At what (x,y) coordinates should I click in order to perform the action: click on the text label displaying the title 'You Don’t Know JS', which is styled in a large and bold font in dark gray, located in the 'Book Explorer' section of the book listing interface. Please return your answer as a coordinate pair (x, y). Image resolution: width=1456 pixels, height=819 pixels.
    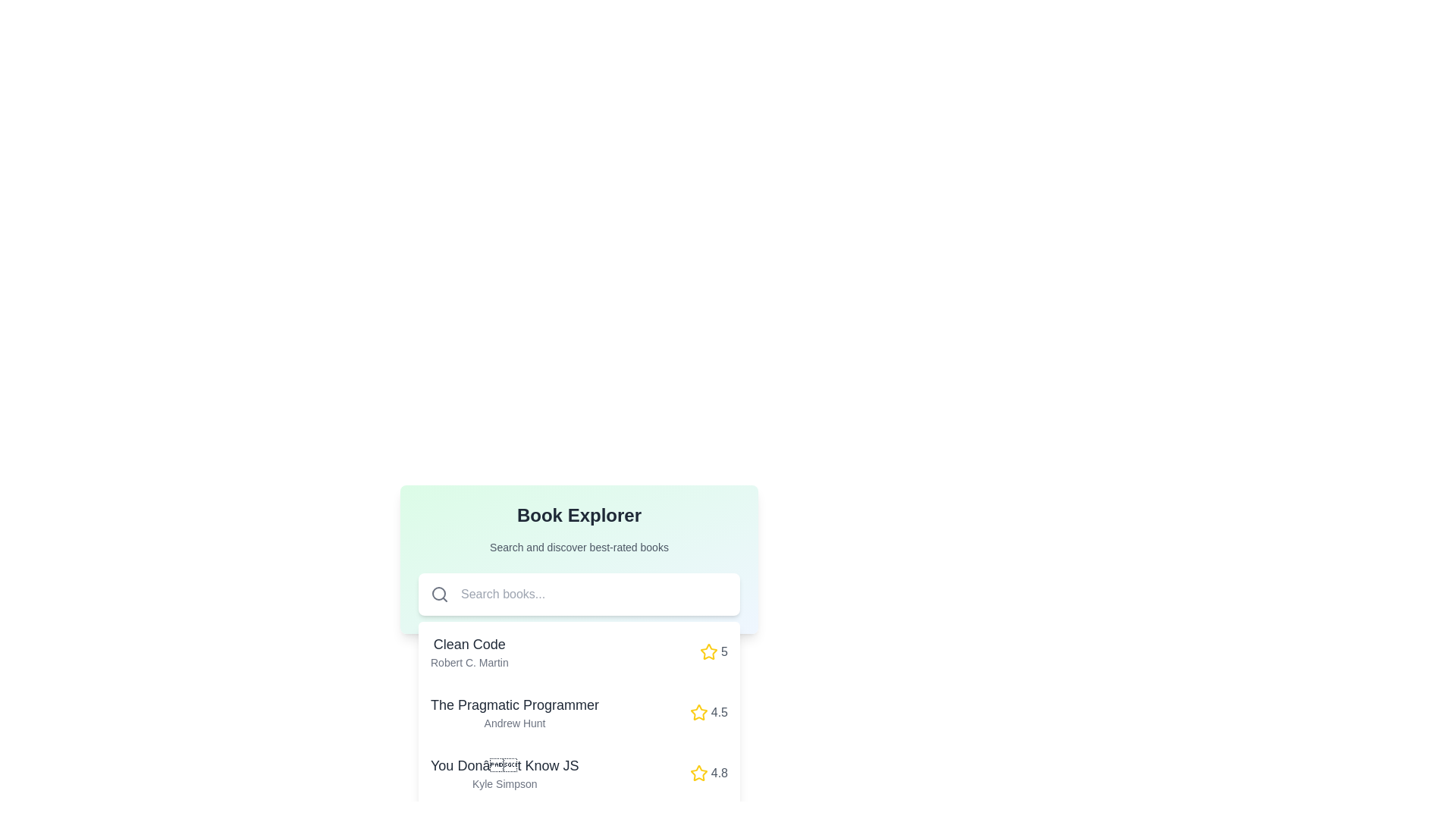
    Looking at the image, I should click on (504, 766).